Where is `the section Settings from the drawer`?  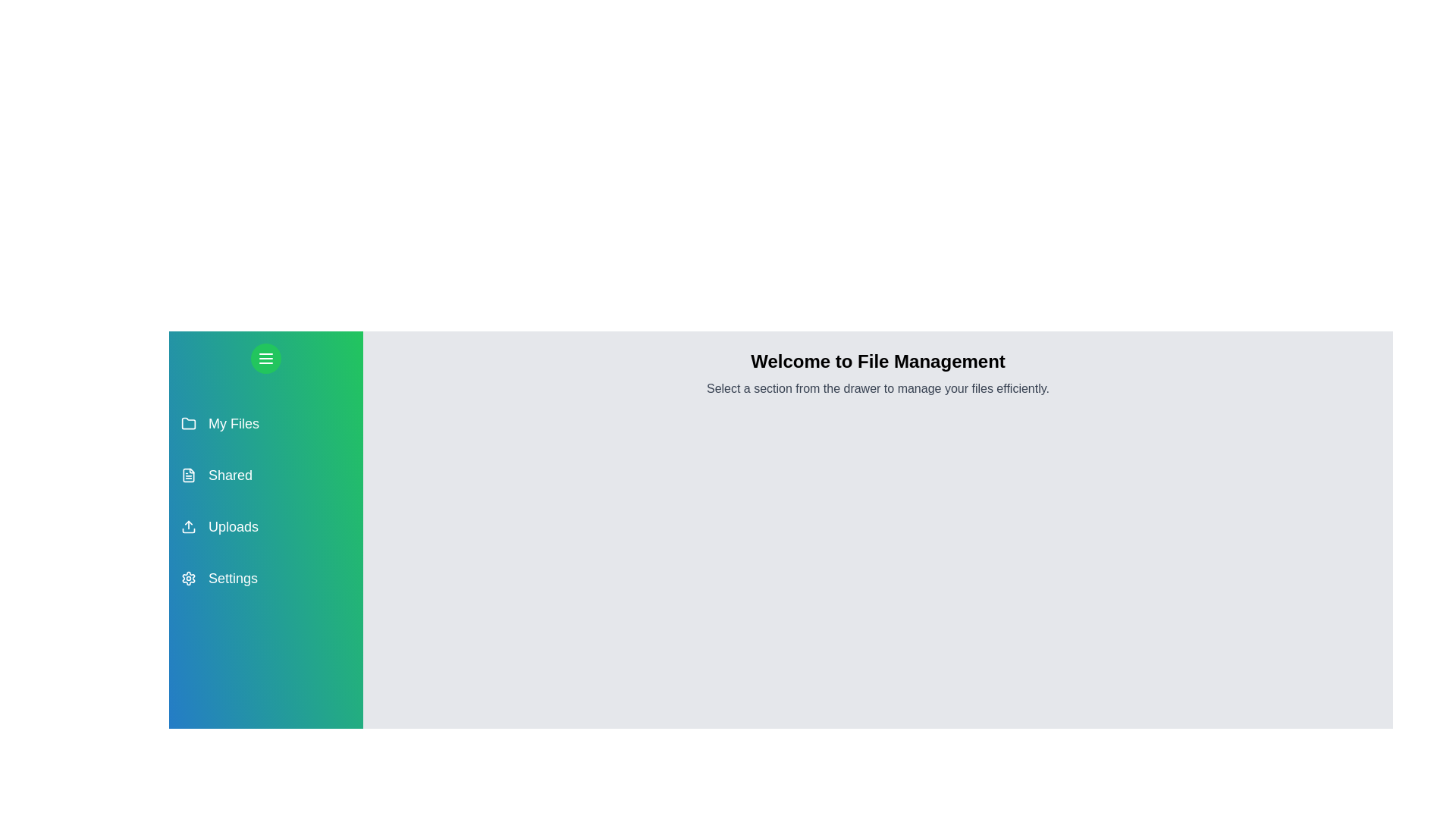
the section Settings from the drawer is located at coordinates (265, 579).